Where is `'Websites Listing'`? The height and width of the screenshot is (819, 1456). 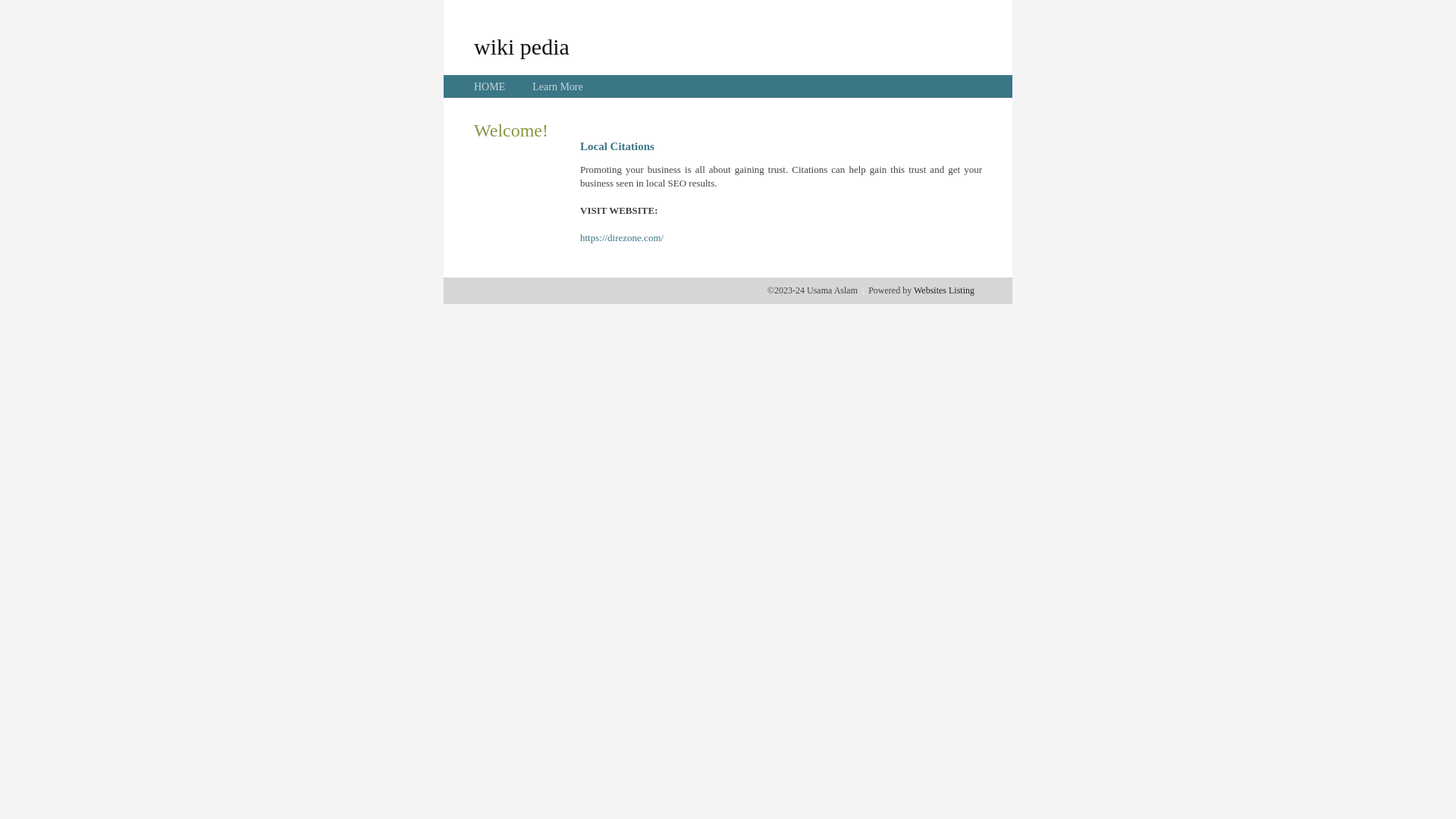 'Websites Listing' is located at coordinates (943, 290).